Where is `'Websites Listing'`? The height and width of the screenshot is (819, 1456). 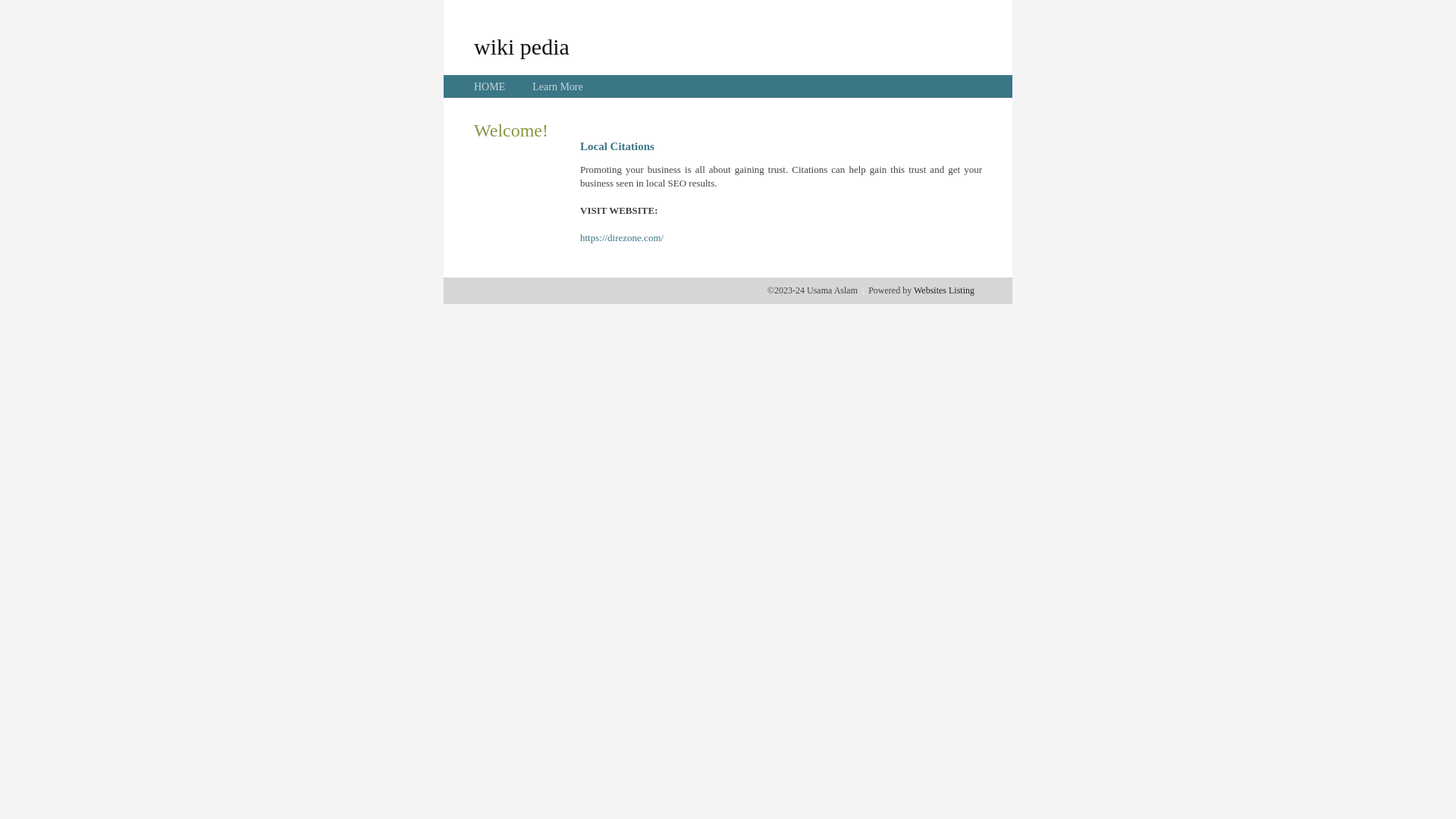 'Websites Listing' is located at coordinates (943, 290).